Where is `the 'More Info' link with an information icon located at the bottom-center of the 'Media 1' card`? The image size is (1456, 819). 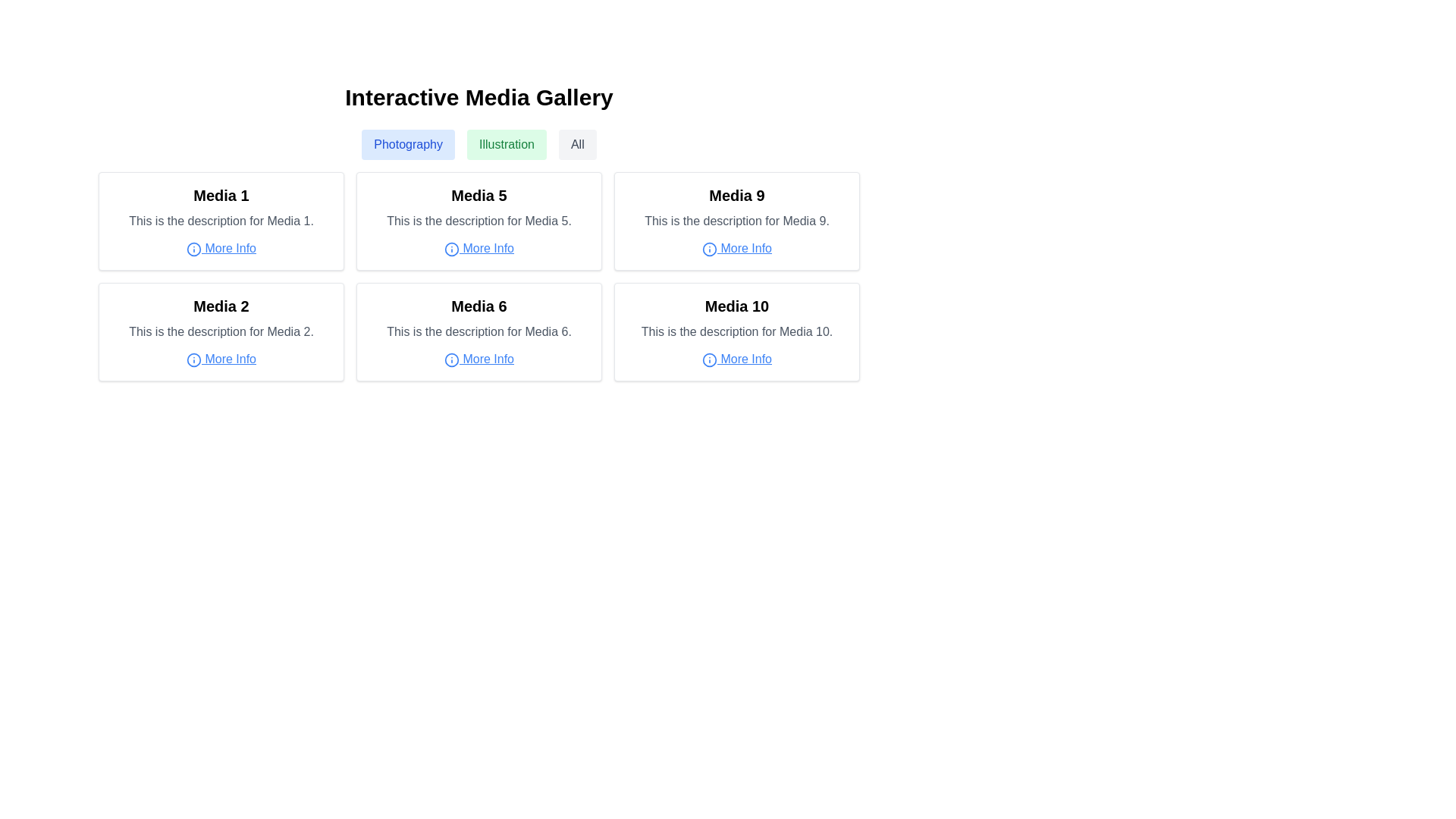
the 'More Info' link with an information icon located at the bottom-center of the 'Media 1' card is located at coordinates (221, 247).